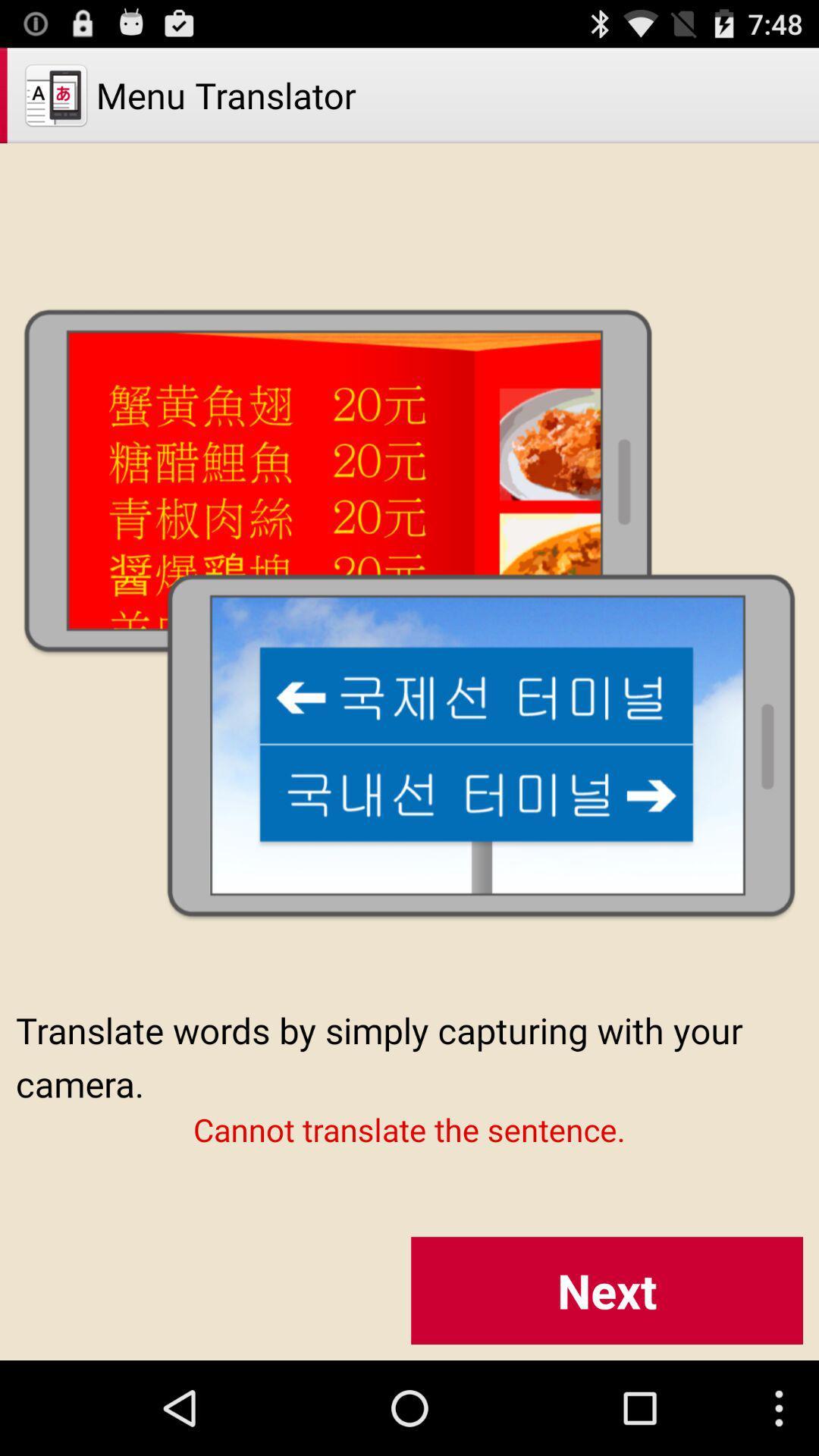 The height and width of the screenshot is (1456, 819). I want to click on the next icon, so click(606, 1290).